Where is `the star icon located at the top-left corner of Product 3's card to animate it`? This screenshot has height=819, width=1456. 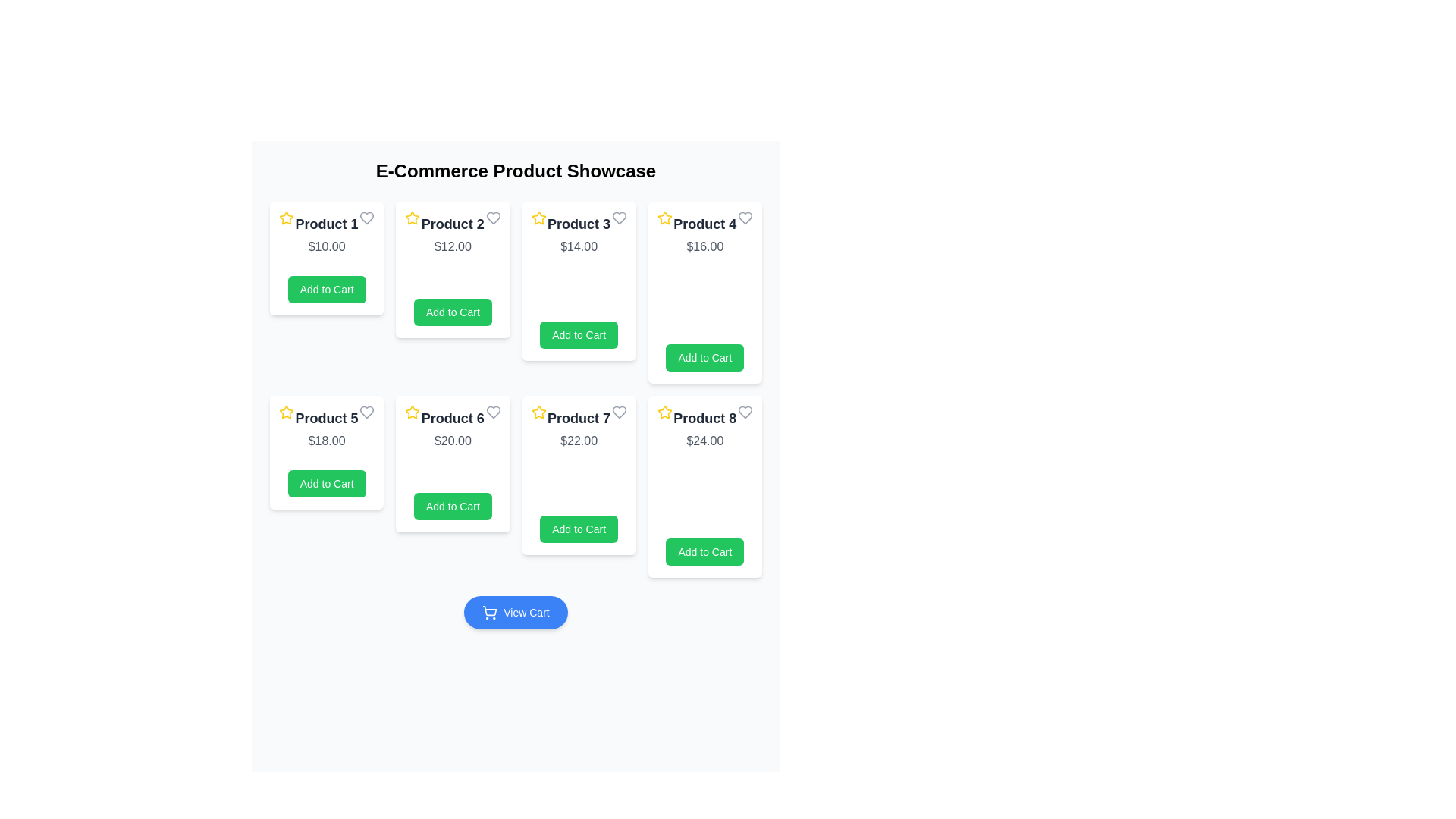 the star icon located at the top-left corner of Product 3's card to animate it is located at coordinates (538, 218).